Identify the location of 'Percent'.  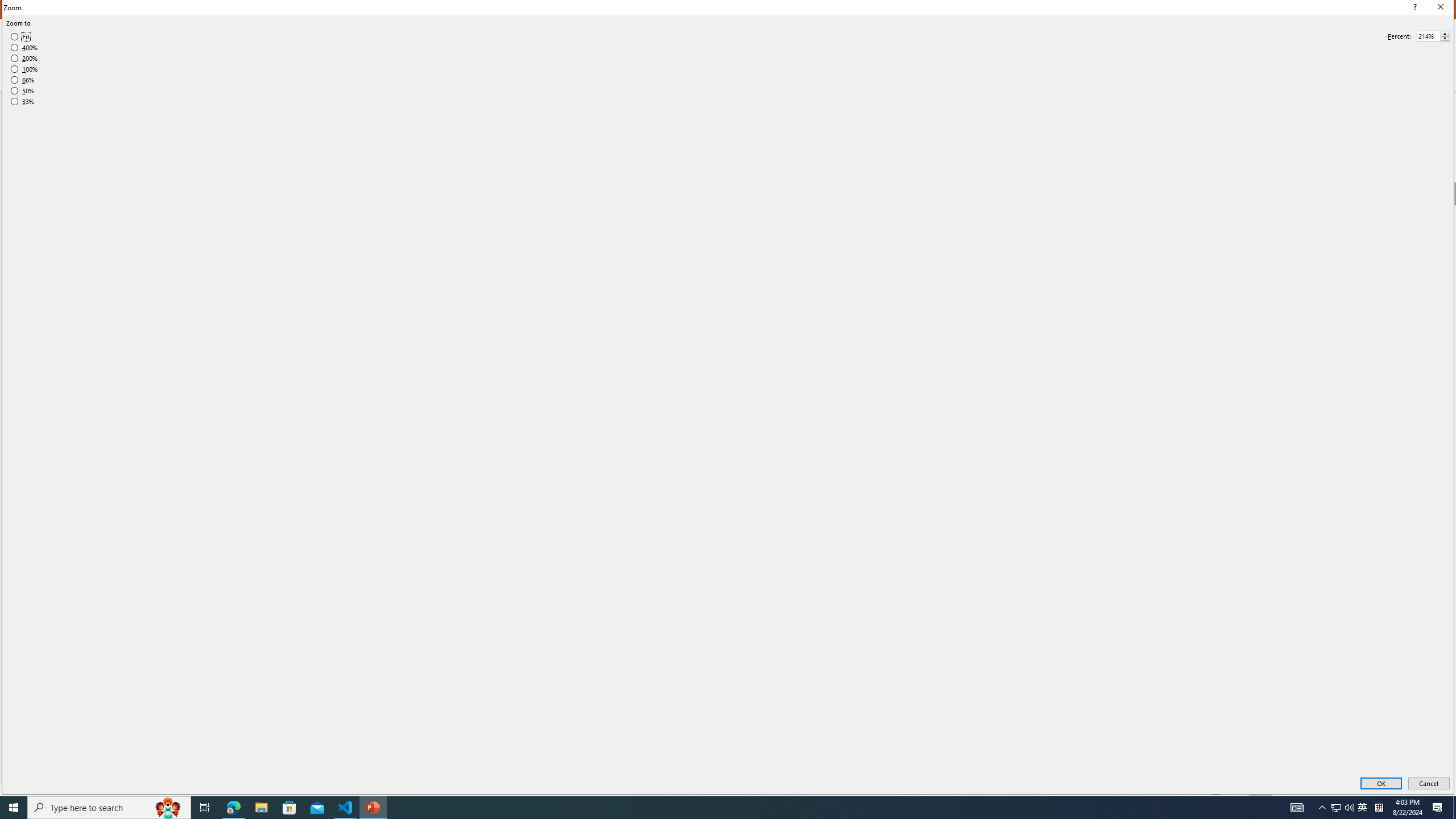
(1433, 36).